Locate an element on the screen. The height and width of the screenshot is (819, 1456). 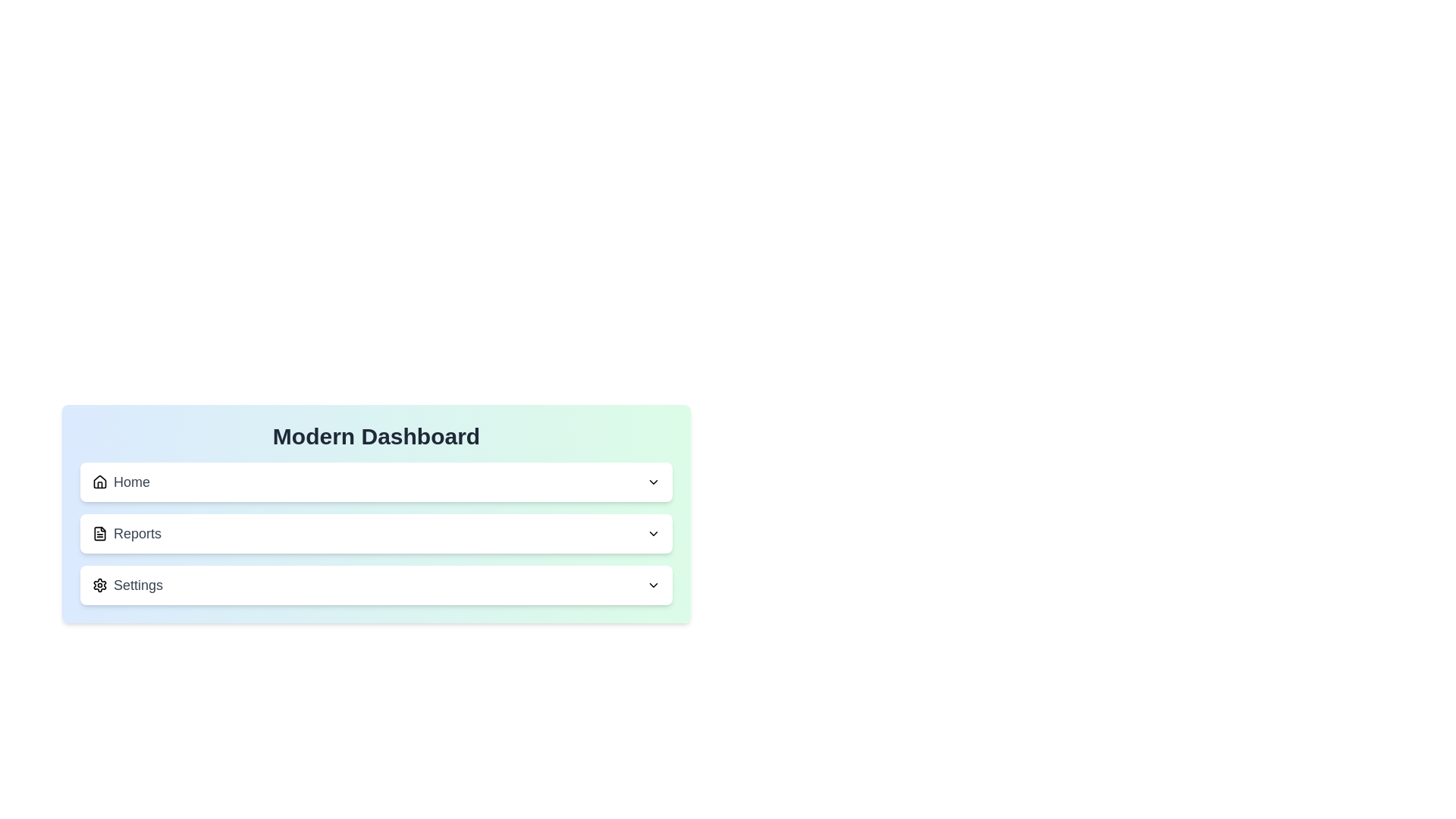
the Menu section or dropdown trigger located directly below the 'Modern Dashboard' title is located at coordinates (376, 482).